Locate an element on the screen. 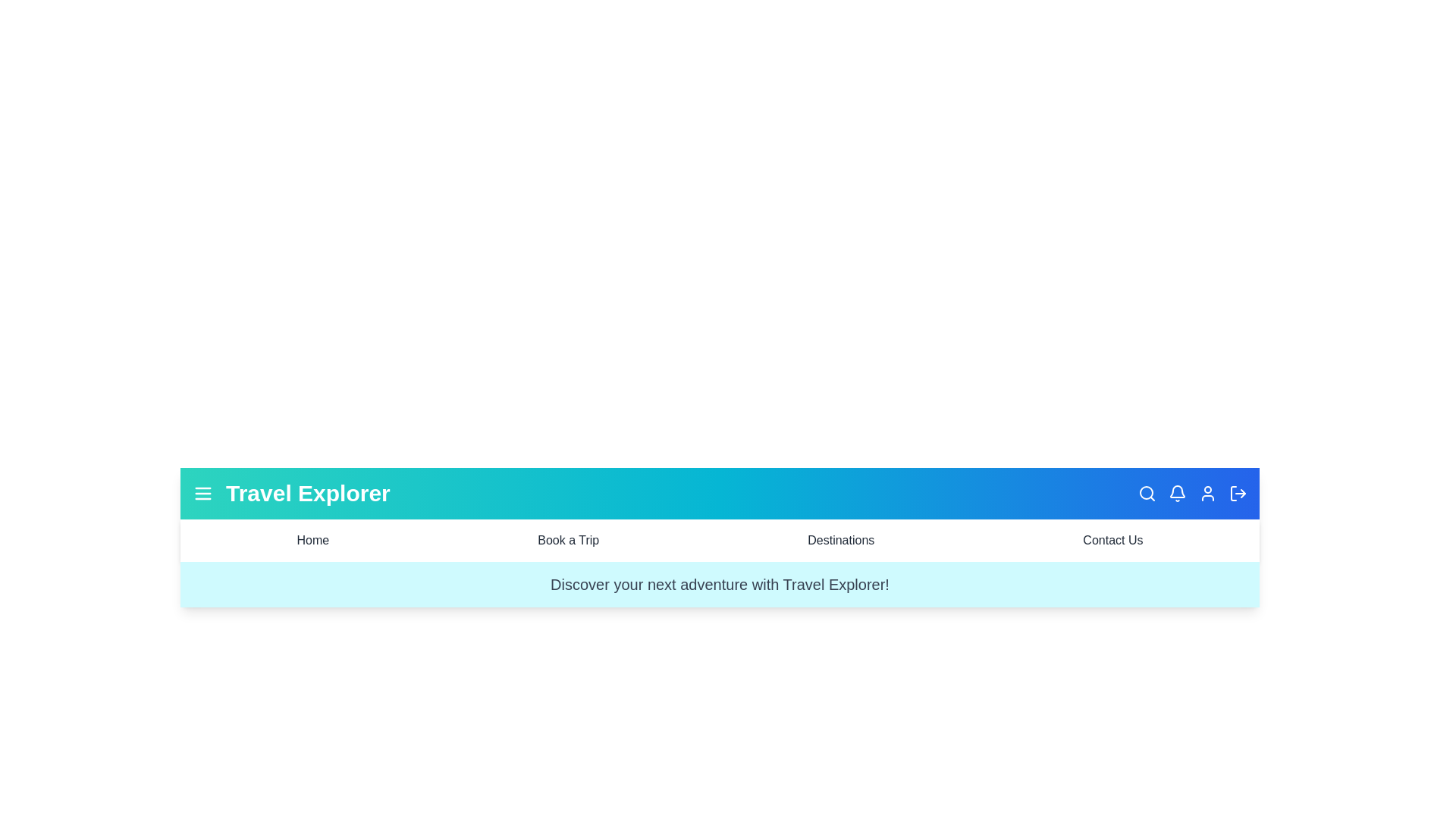  the notification icon is located at coordinates (1177, 494).